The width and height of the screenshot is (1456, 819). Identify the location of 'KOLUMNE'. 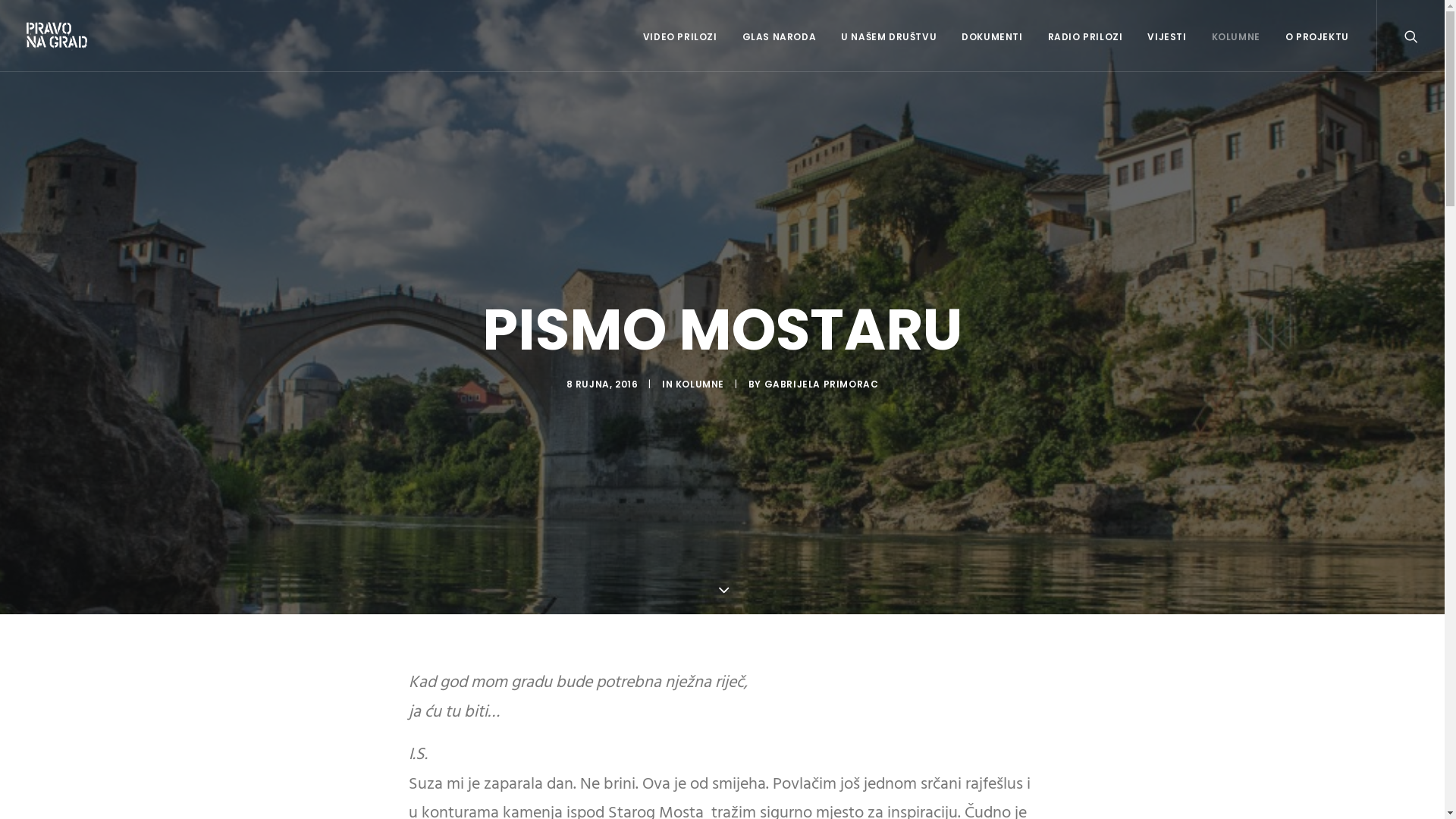
(675, 383).